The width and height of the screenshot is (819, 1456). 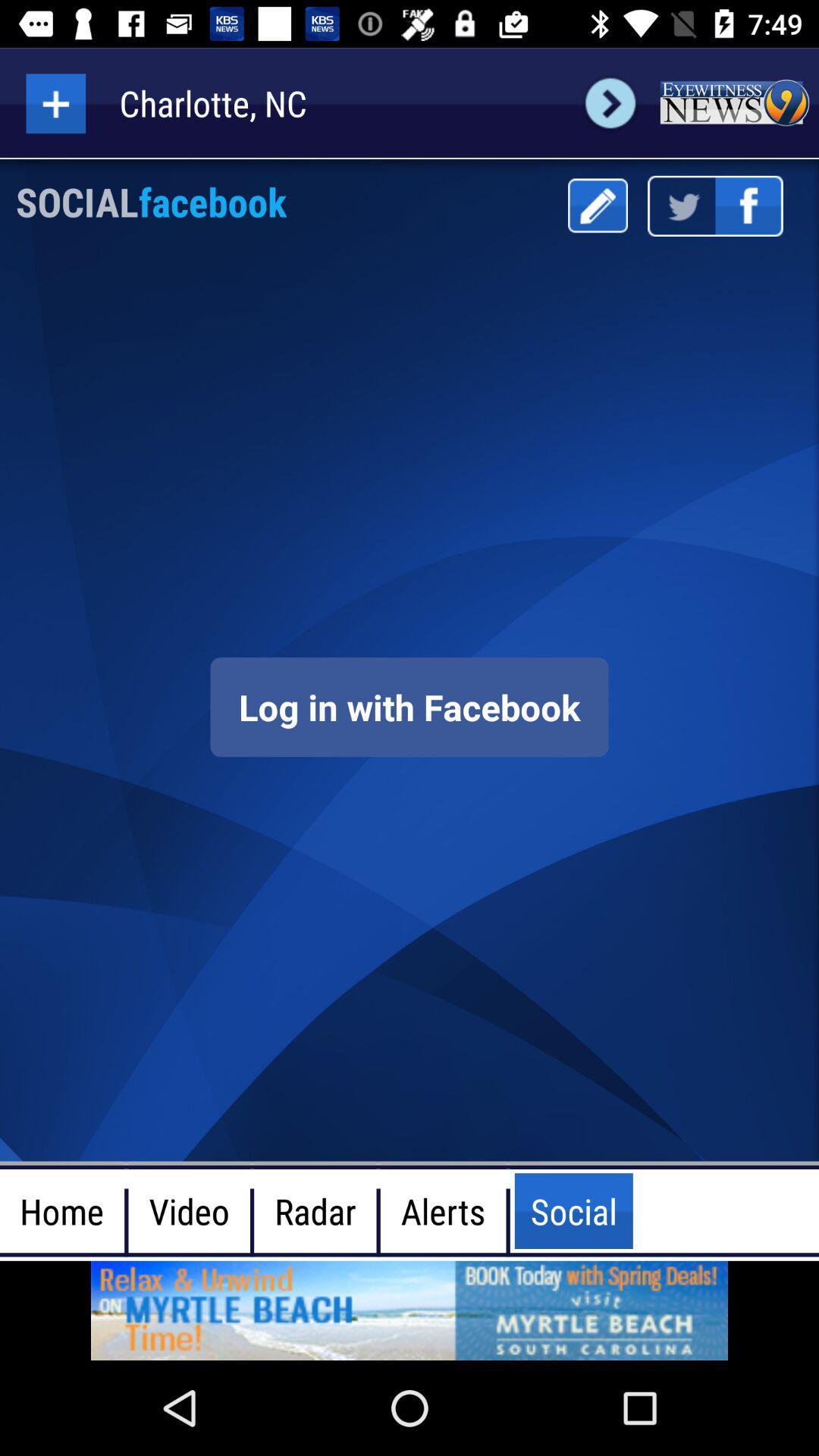 I want to click on the arrow_forward icon, so click(x=610, y=102).